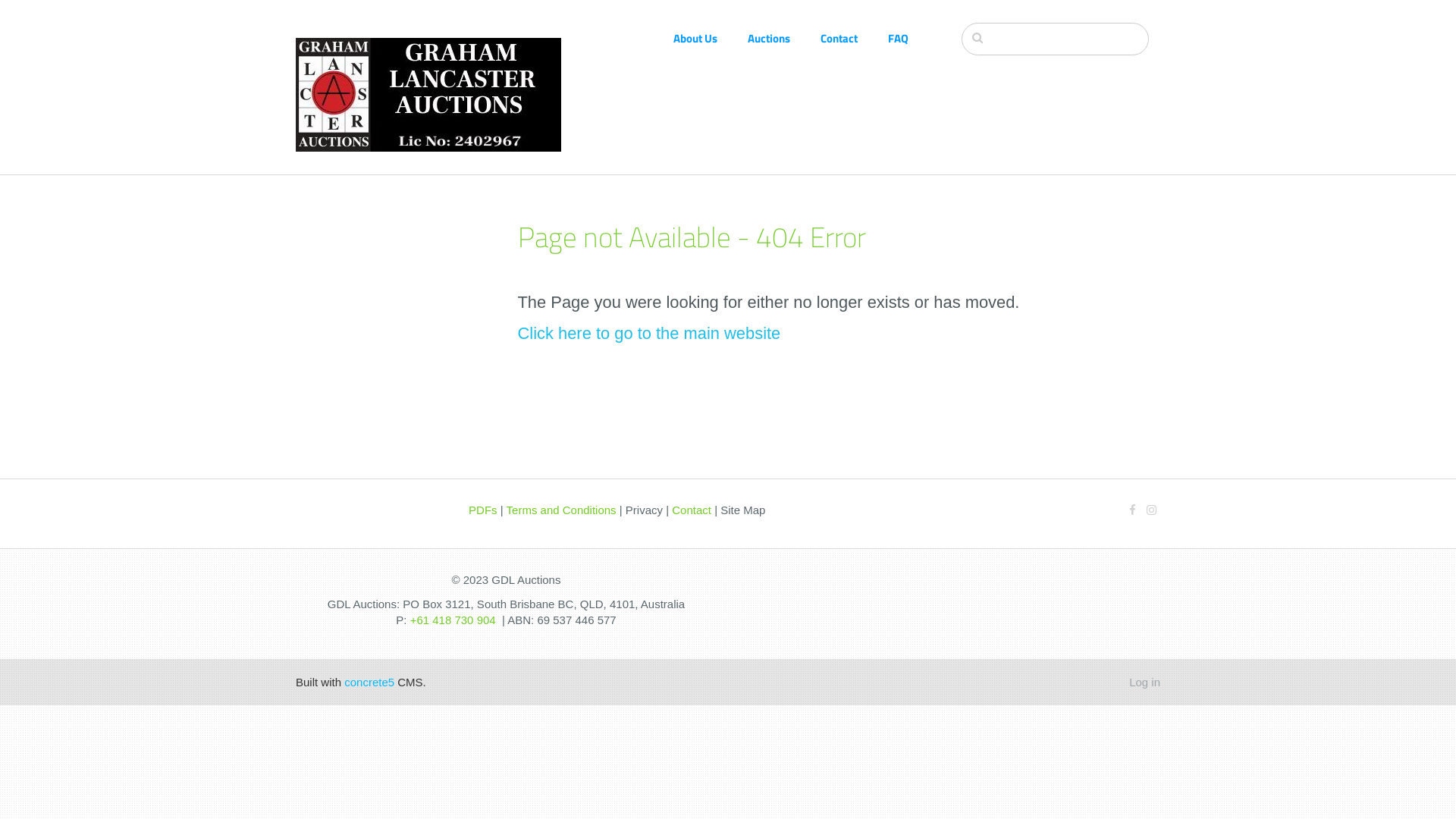  Describe the element at coordinates (691, 510) in the screenshot. I see `'Contact'` at that location.